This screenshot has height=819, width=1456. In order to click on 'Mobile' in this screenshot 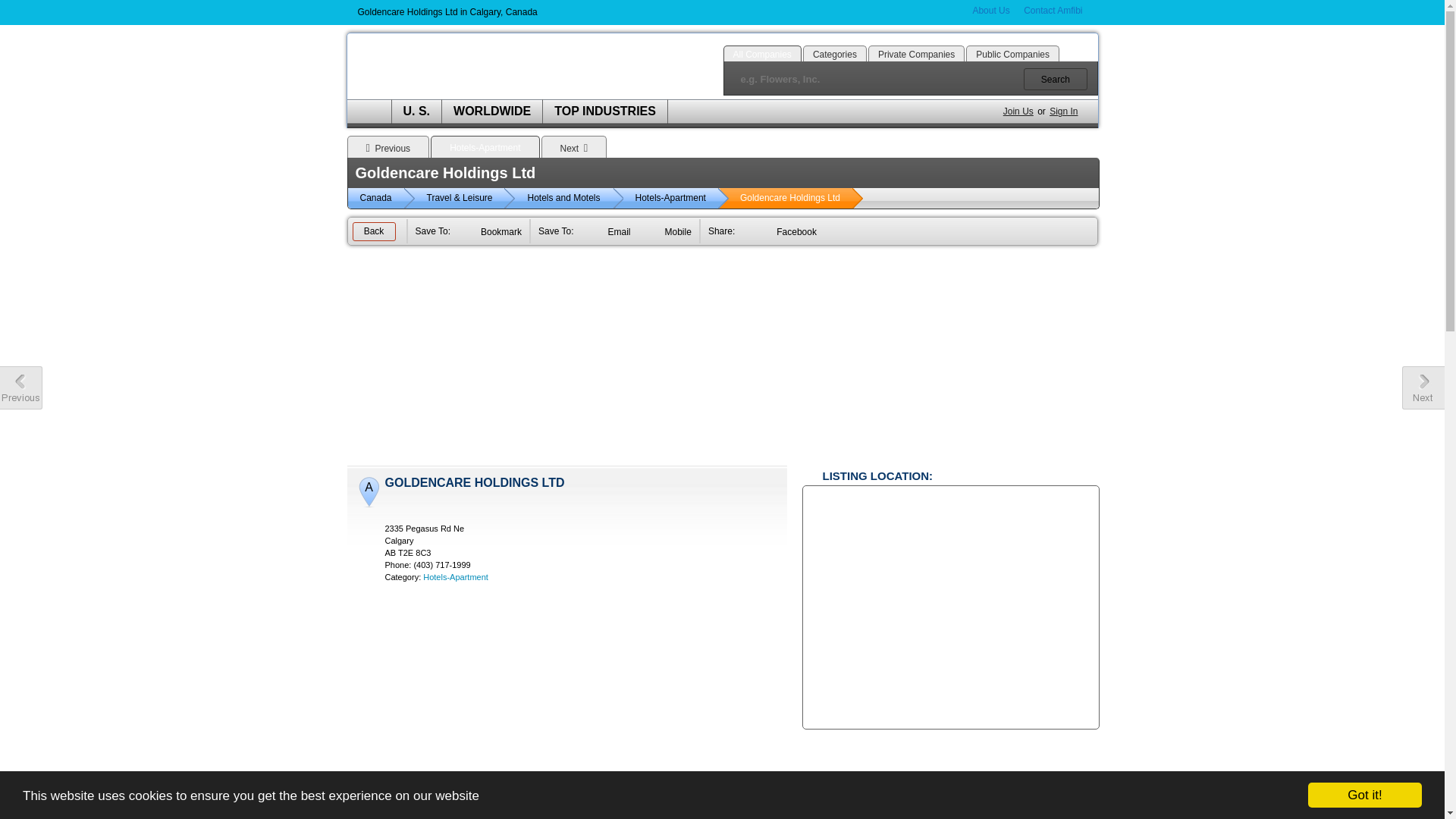, I will do `click(667, 232)`.